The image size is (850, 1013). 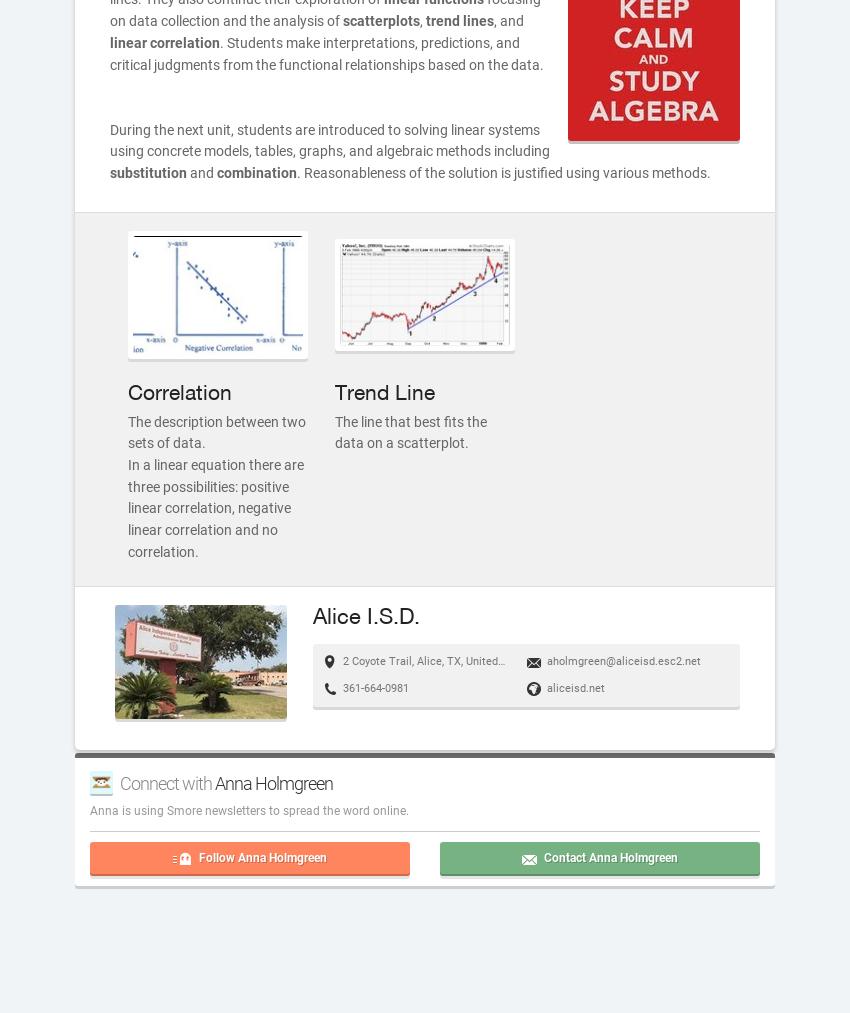 I want to click on ',', so click(x=422, y=19).